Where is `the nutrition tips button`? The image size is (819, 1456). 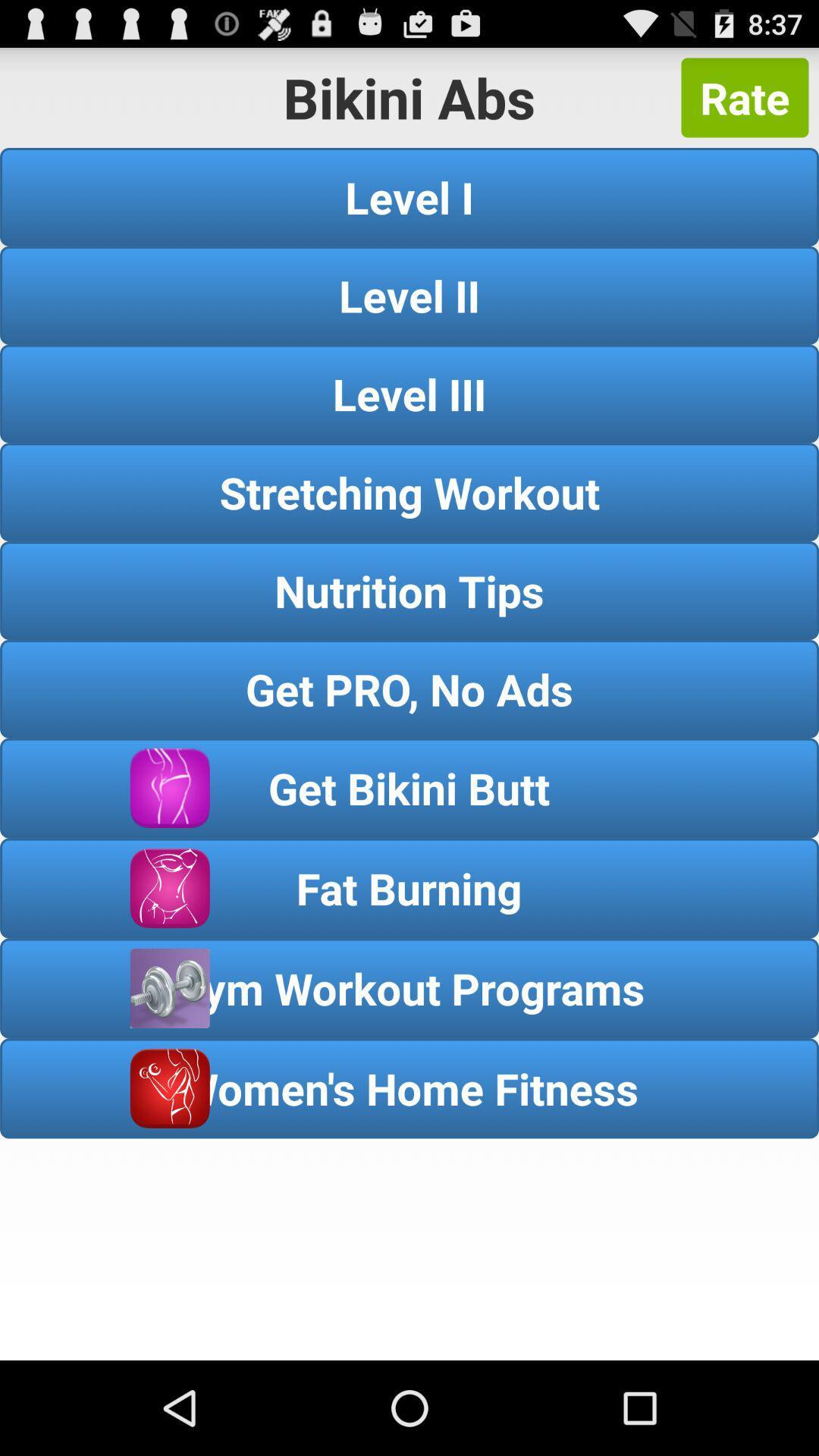
the nutrition tips button is located at coordinates (409, 589).